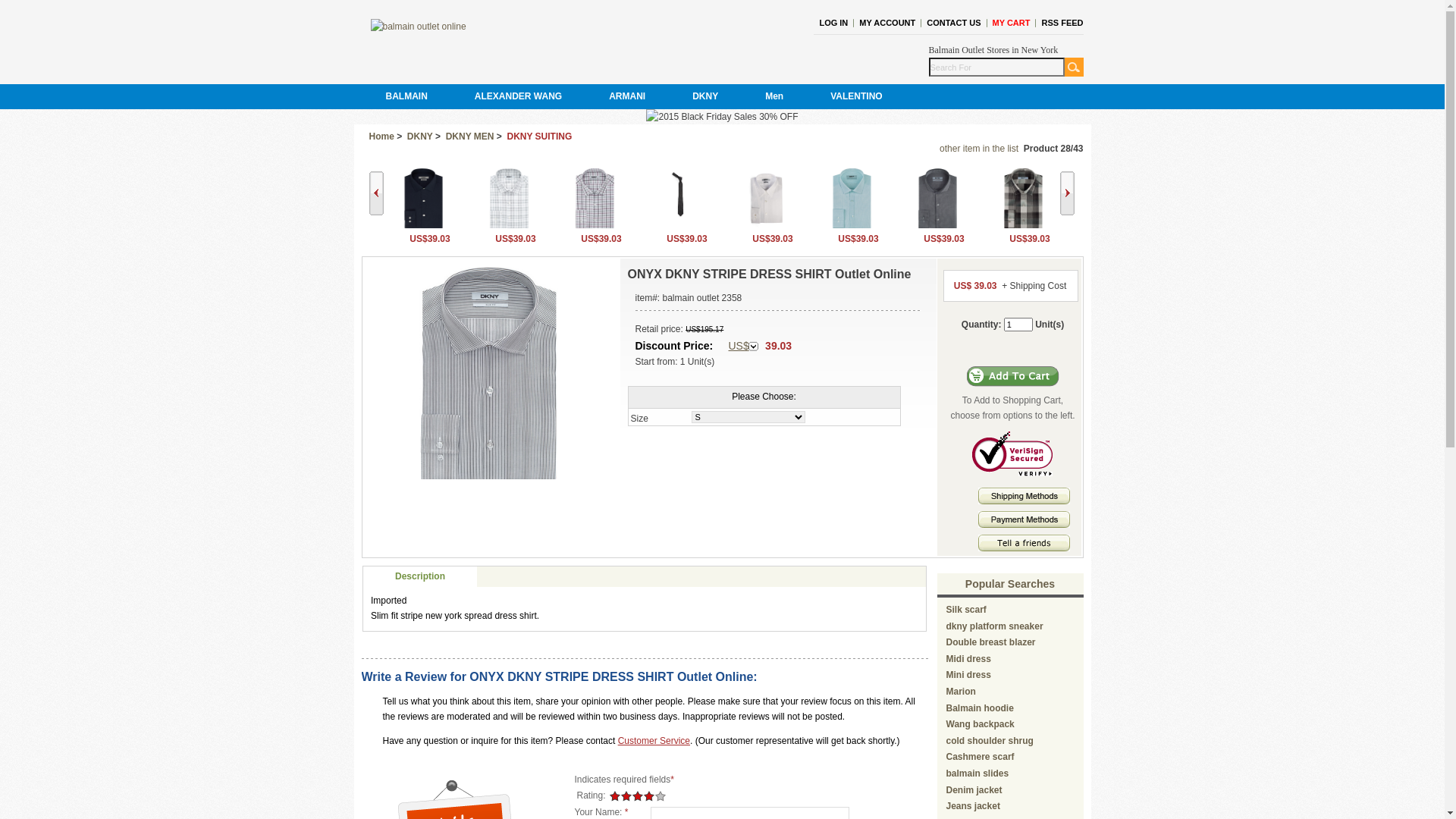  What do you see at coordinates (381, 136) in the screenshot?
I see `'Home'` at bounding box center [381, 136].